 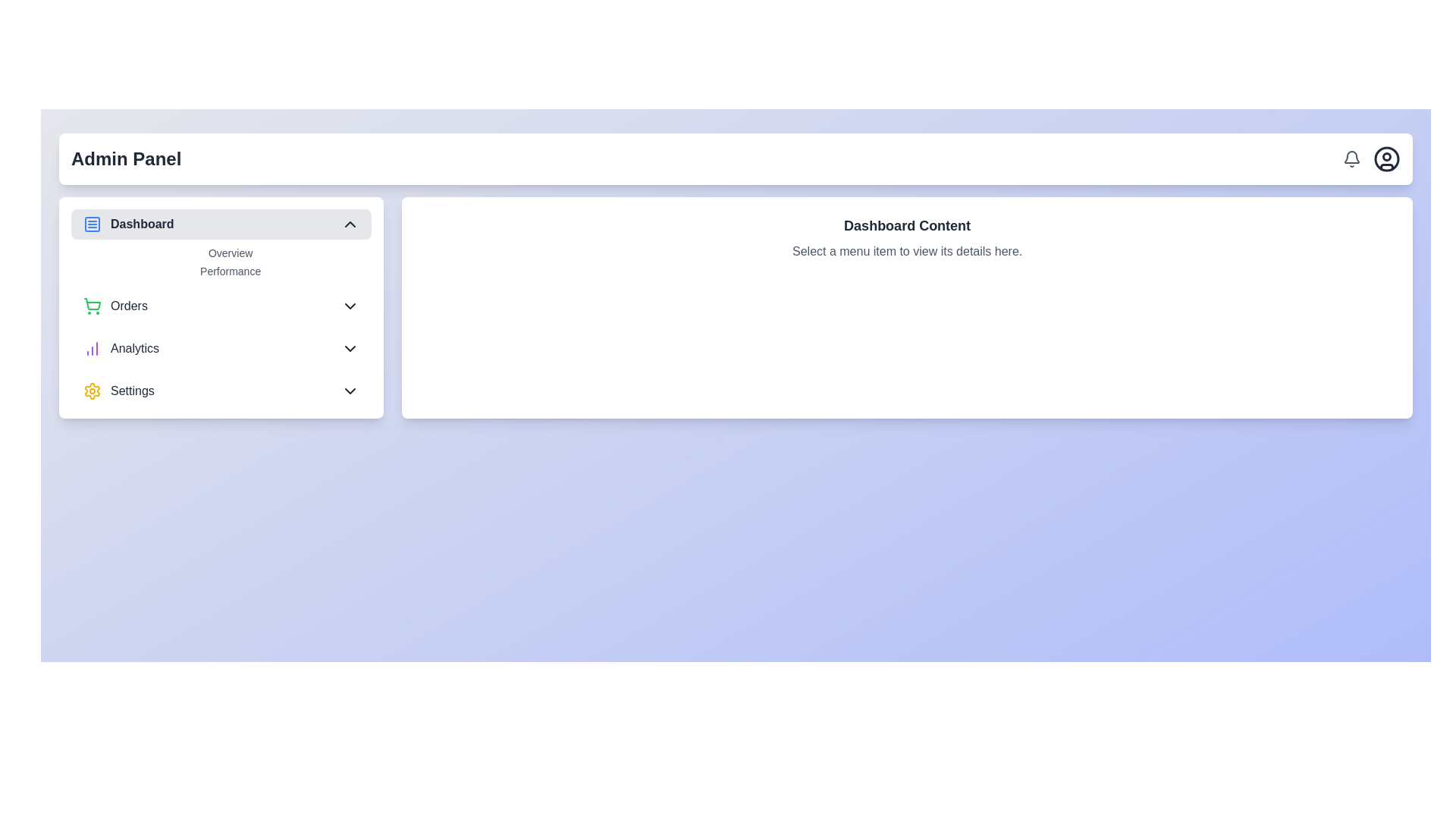 What do you see at coordinates (350, 224) in the screenshot?
I see `the chevron icon button located at the far right of the 'Dashboard' section header in the left-hand sidebar` at bounding box center [350, 224].